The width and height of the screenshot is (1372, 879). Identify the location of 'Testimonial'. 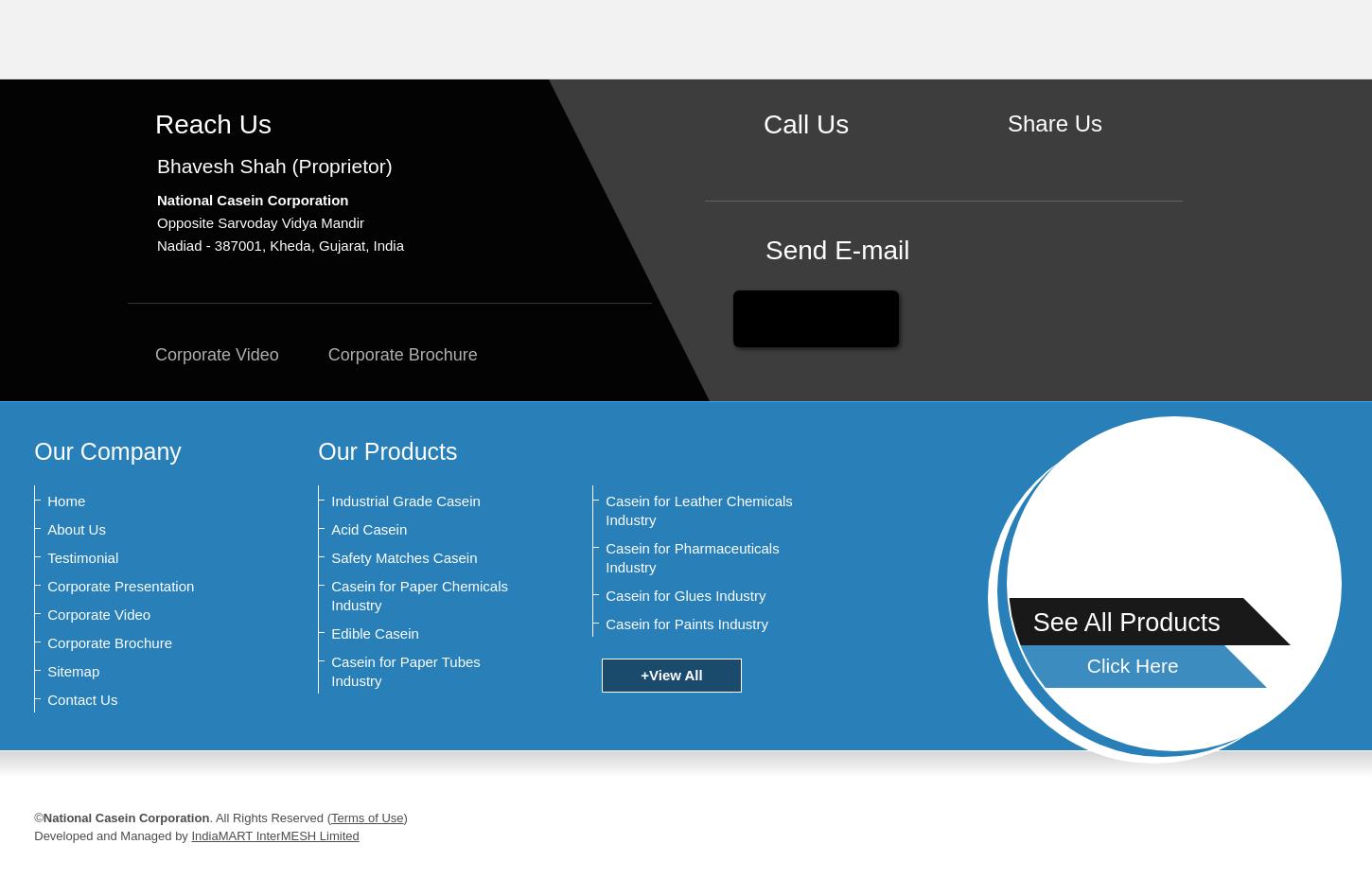
(82, 556).